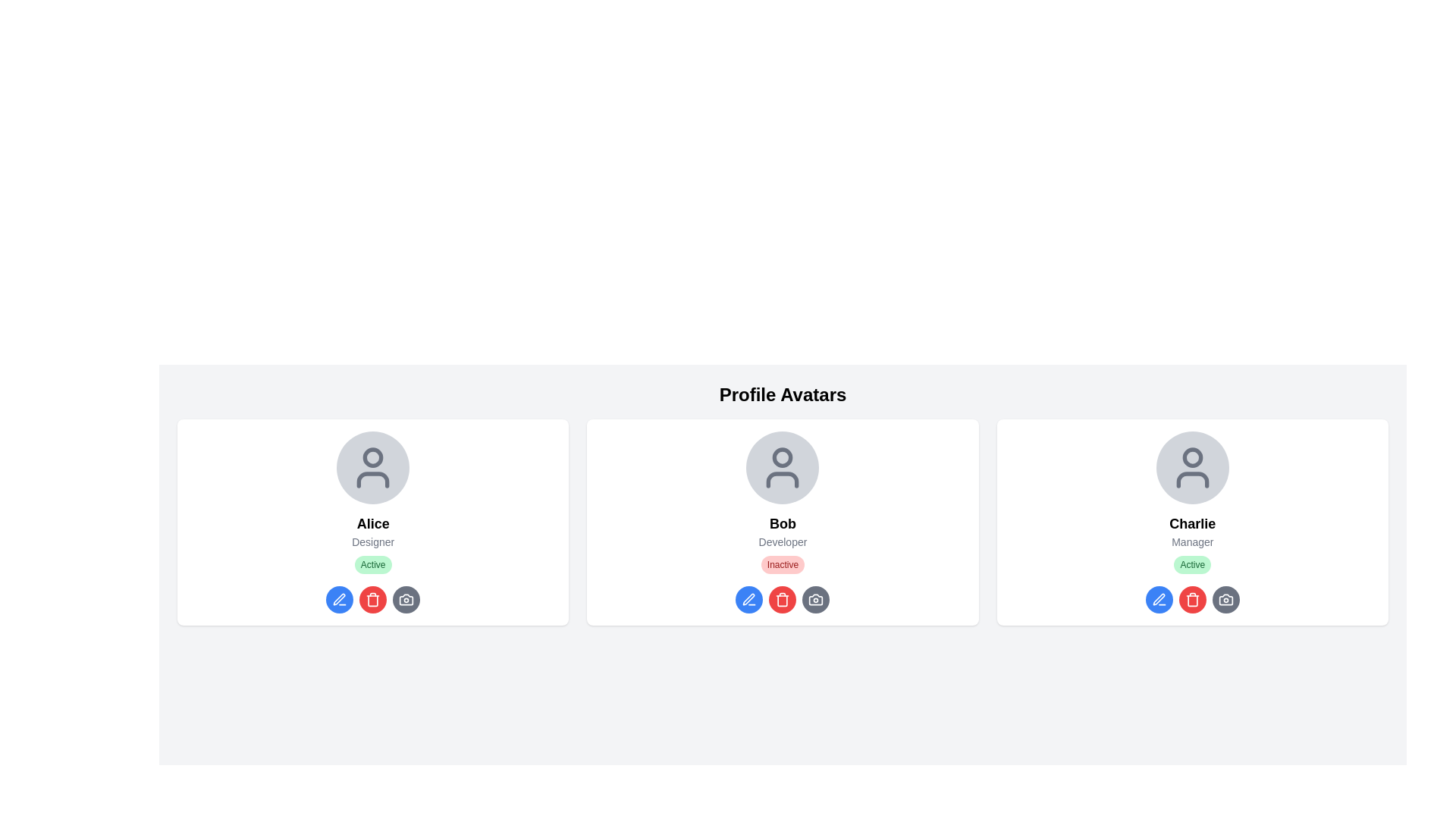 Image resolution: width=1456 pixels, height=819 pixels. I want to click on the avatar icon representing the user 'Charlie', so click(1191, 467).